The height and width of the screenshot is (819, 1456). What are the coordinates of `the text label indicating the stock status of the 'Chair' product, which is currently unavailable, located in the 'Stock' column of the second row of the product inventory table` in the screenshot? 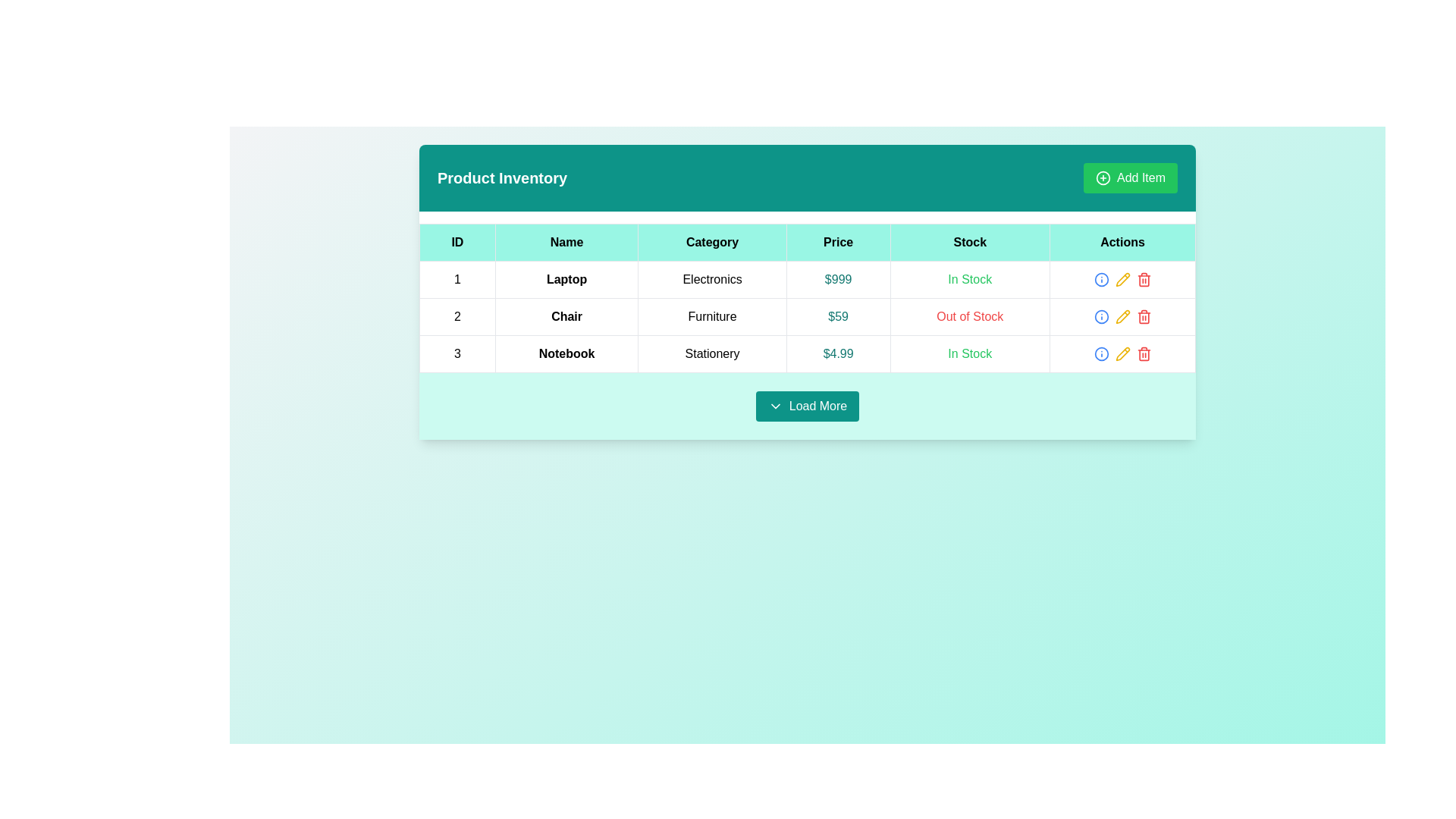 It's located at (969, 315).